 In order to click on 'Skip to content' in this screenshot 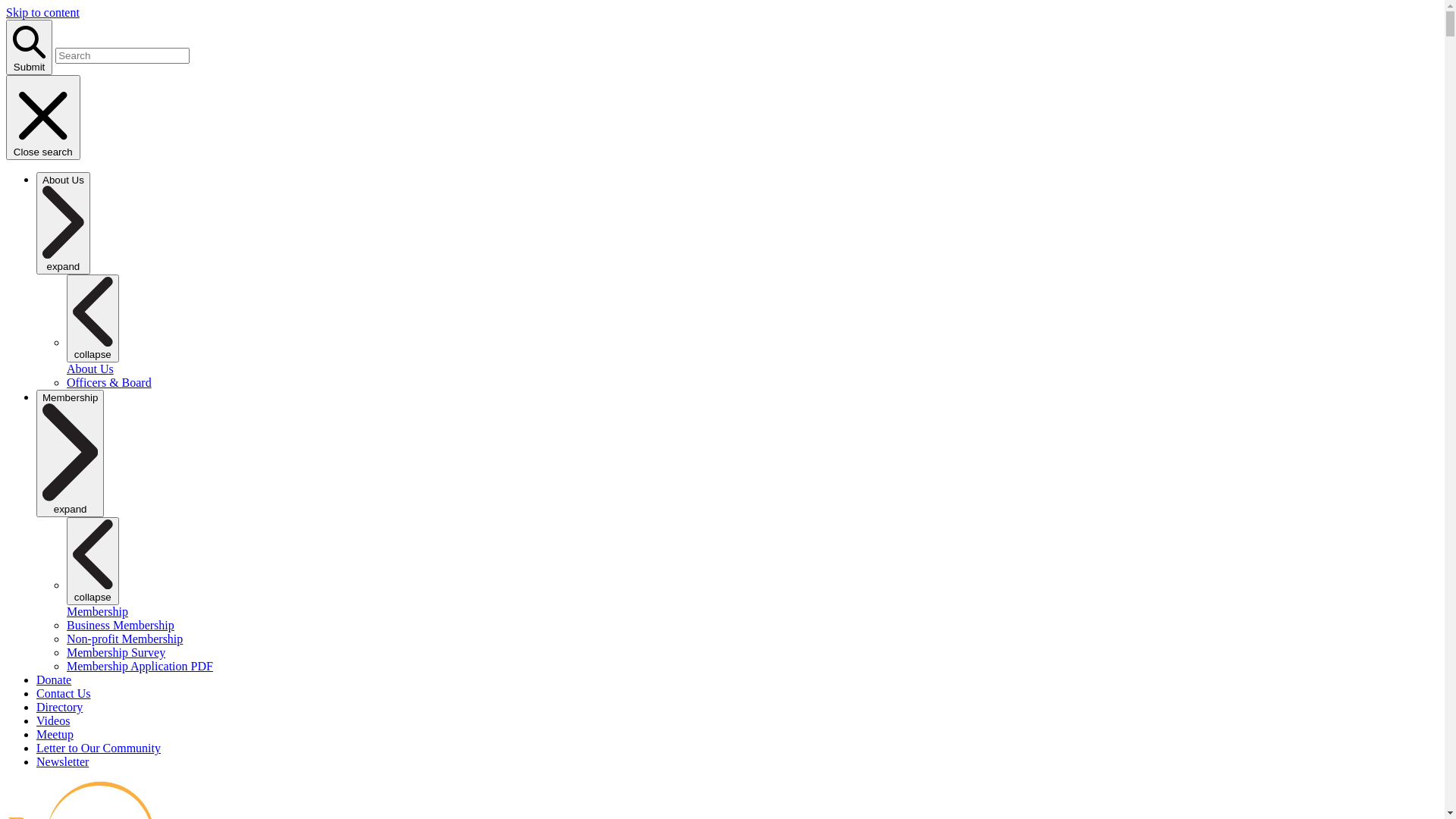, I will do `click(42, 12)`.